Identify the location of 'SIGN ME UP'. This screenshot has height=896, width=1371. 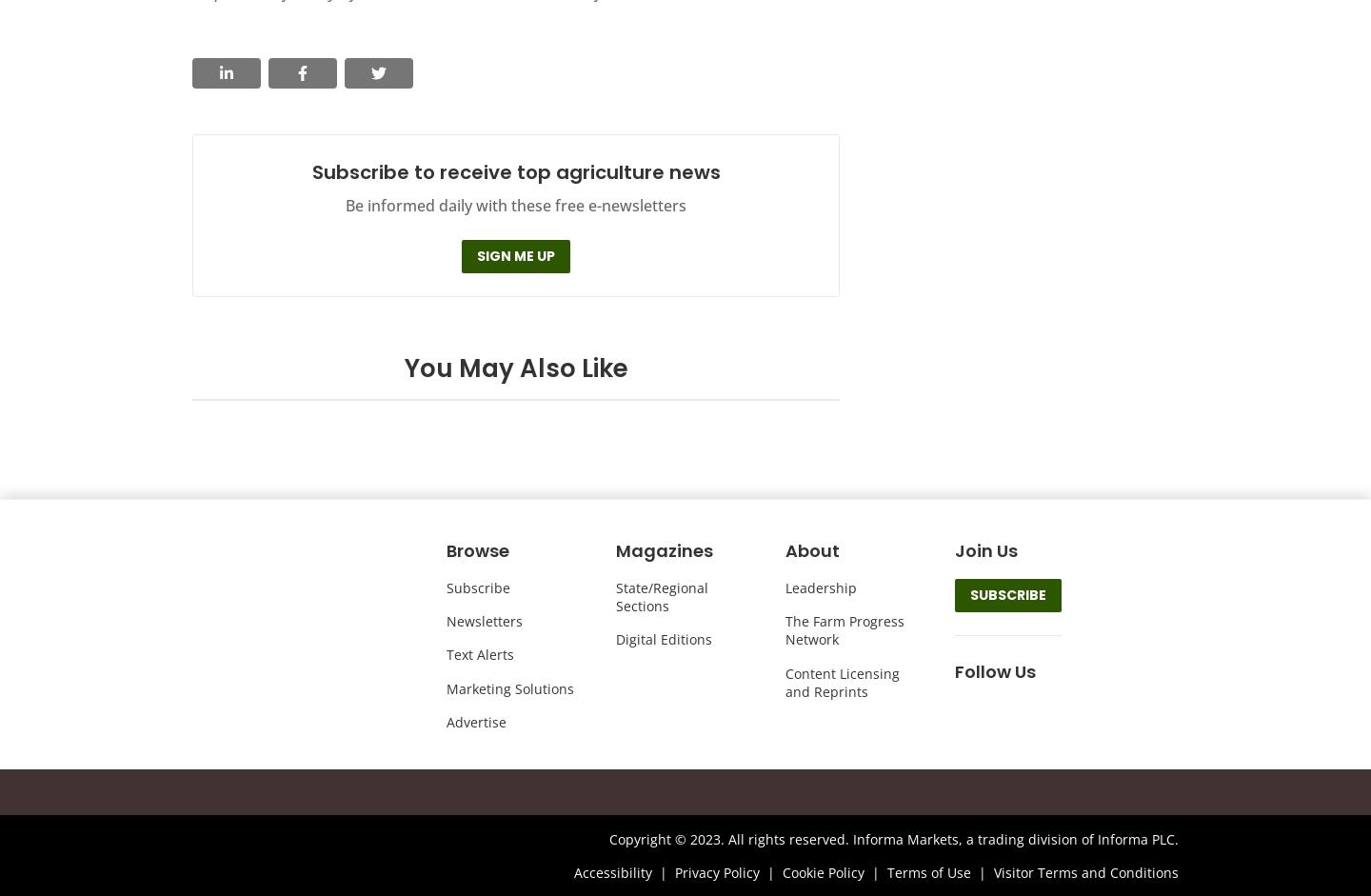
(516, 254).